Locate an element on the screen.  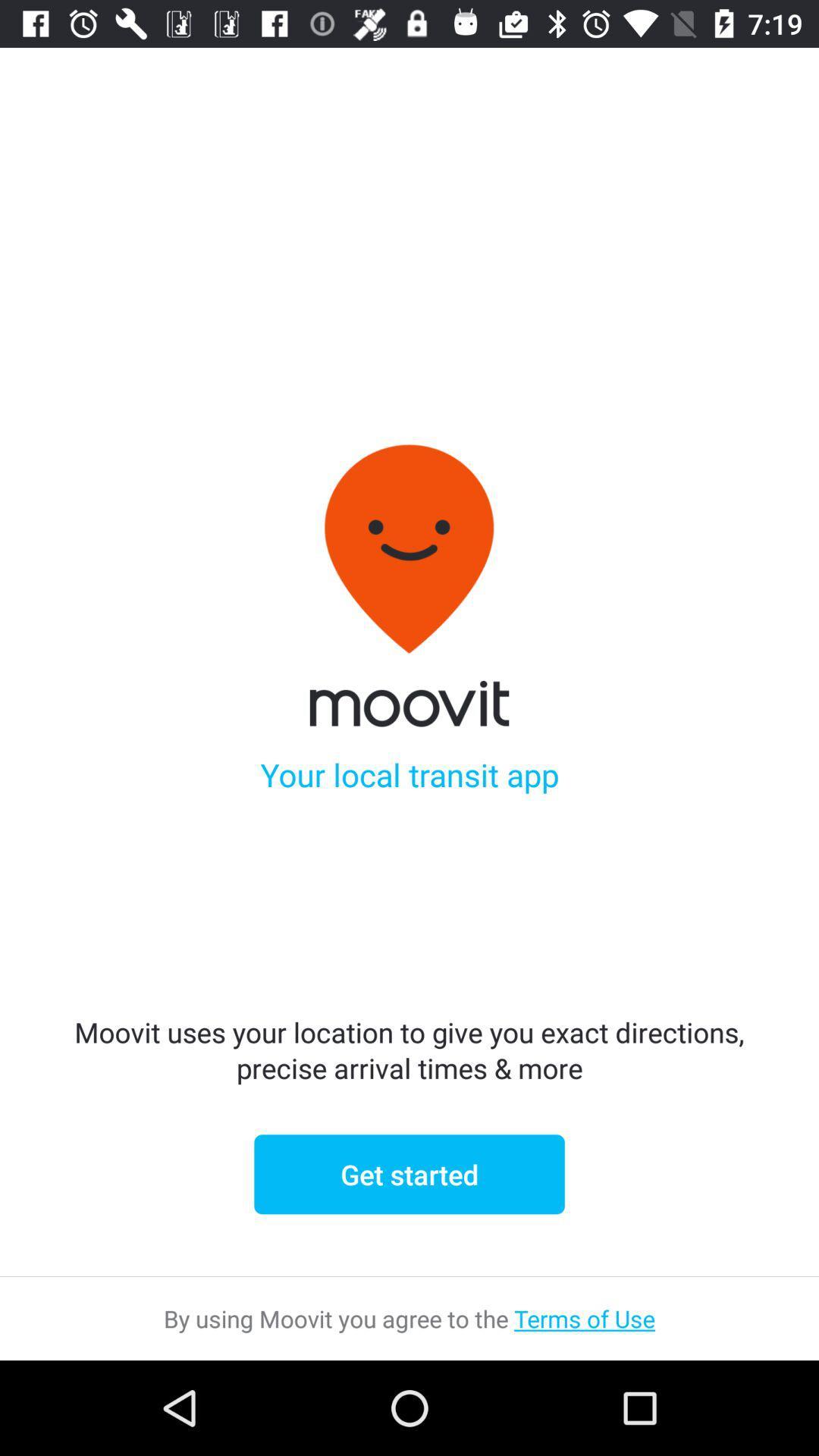
get started is located at coordinates (409, 1173).